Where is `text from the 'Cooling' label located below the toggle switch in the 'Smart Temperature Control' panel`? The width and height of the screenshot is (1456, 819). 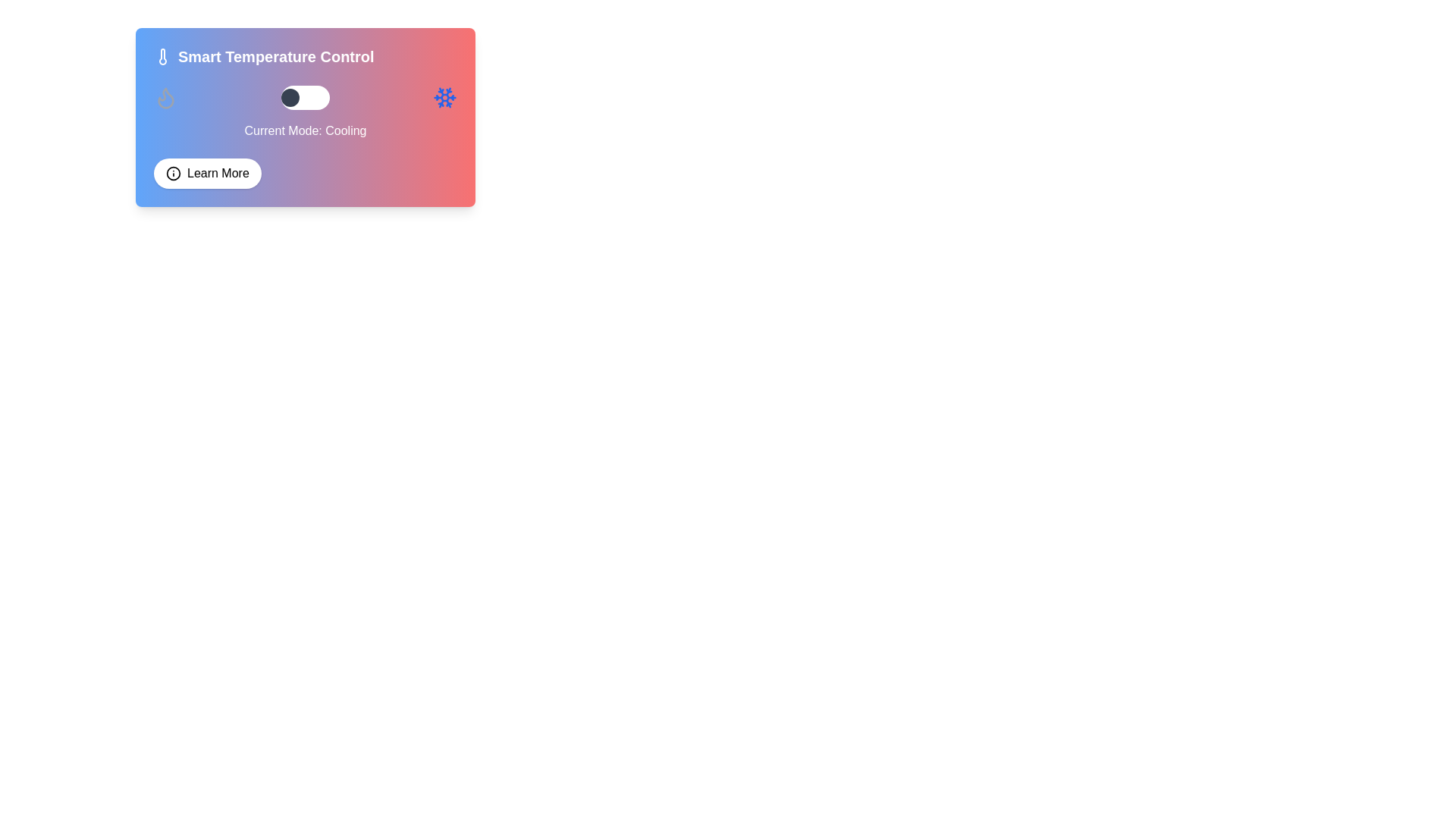
text from the 'Cooling' label located below the toggle switch in the 'Smart Temperature Control' panel is located at coordinates (305, 130).